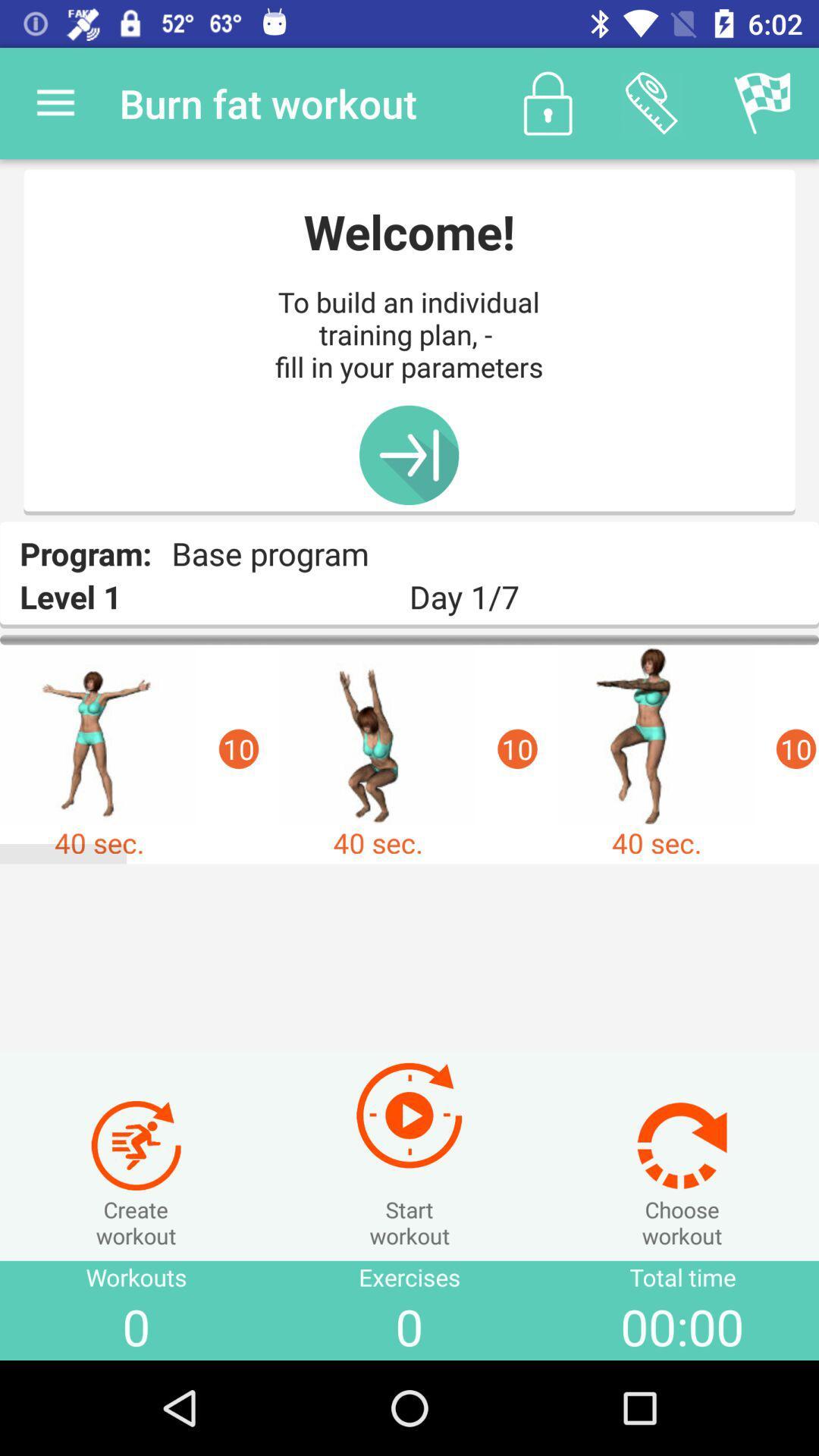 Image resolution: width=819 pixels, height=1456 pixels. What do you see at coordinates (408, 454) in the screenshot?
I see `item below the to build an` at bounding box center [408, 454].